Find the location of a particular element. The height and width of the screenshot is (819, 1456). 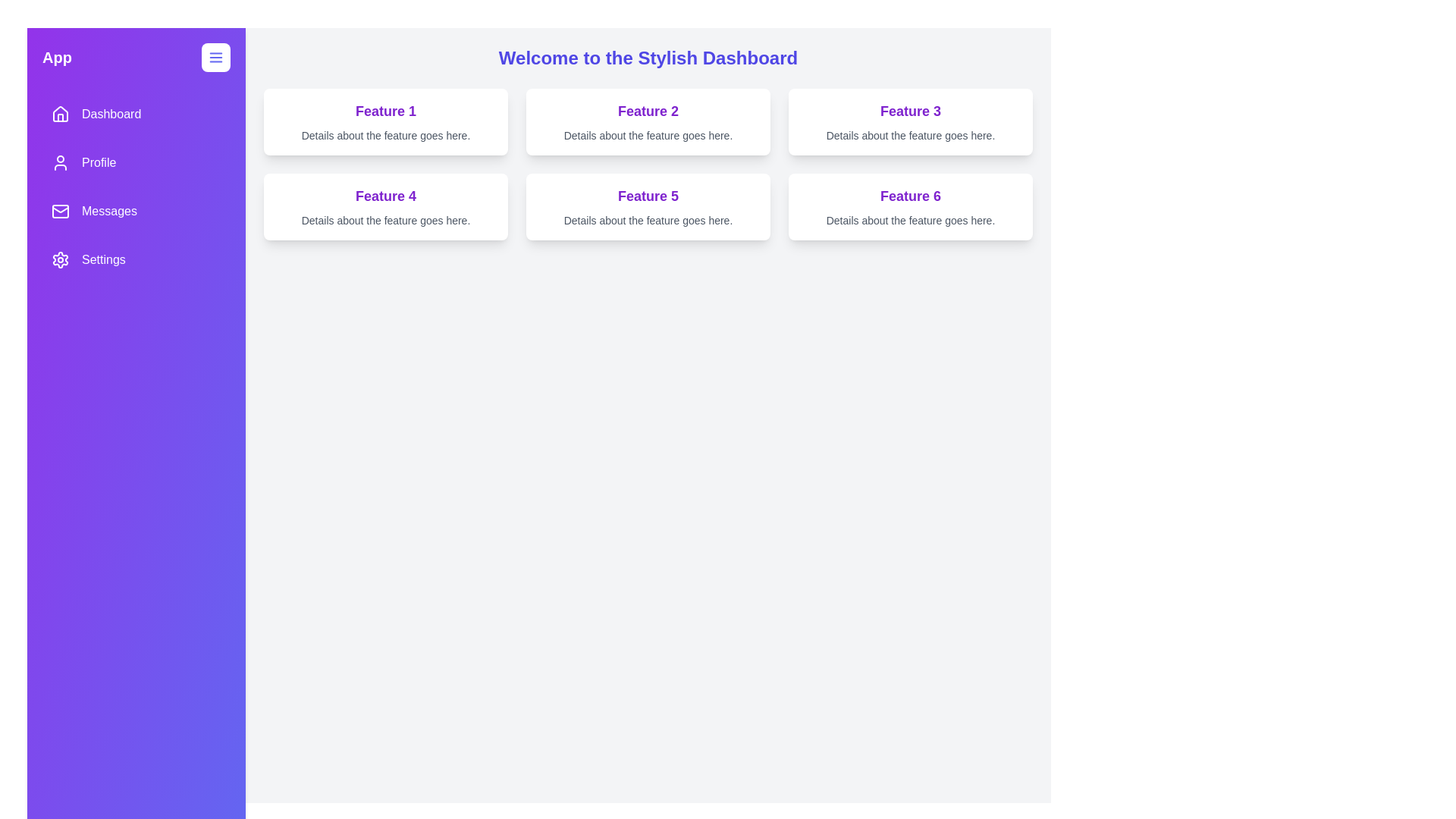

the text heading label of the second card in the grid layout, which serves as a concise title for the user is located at coordinates (648, 110).